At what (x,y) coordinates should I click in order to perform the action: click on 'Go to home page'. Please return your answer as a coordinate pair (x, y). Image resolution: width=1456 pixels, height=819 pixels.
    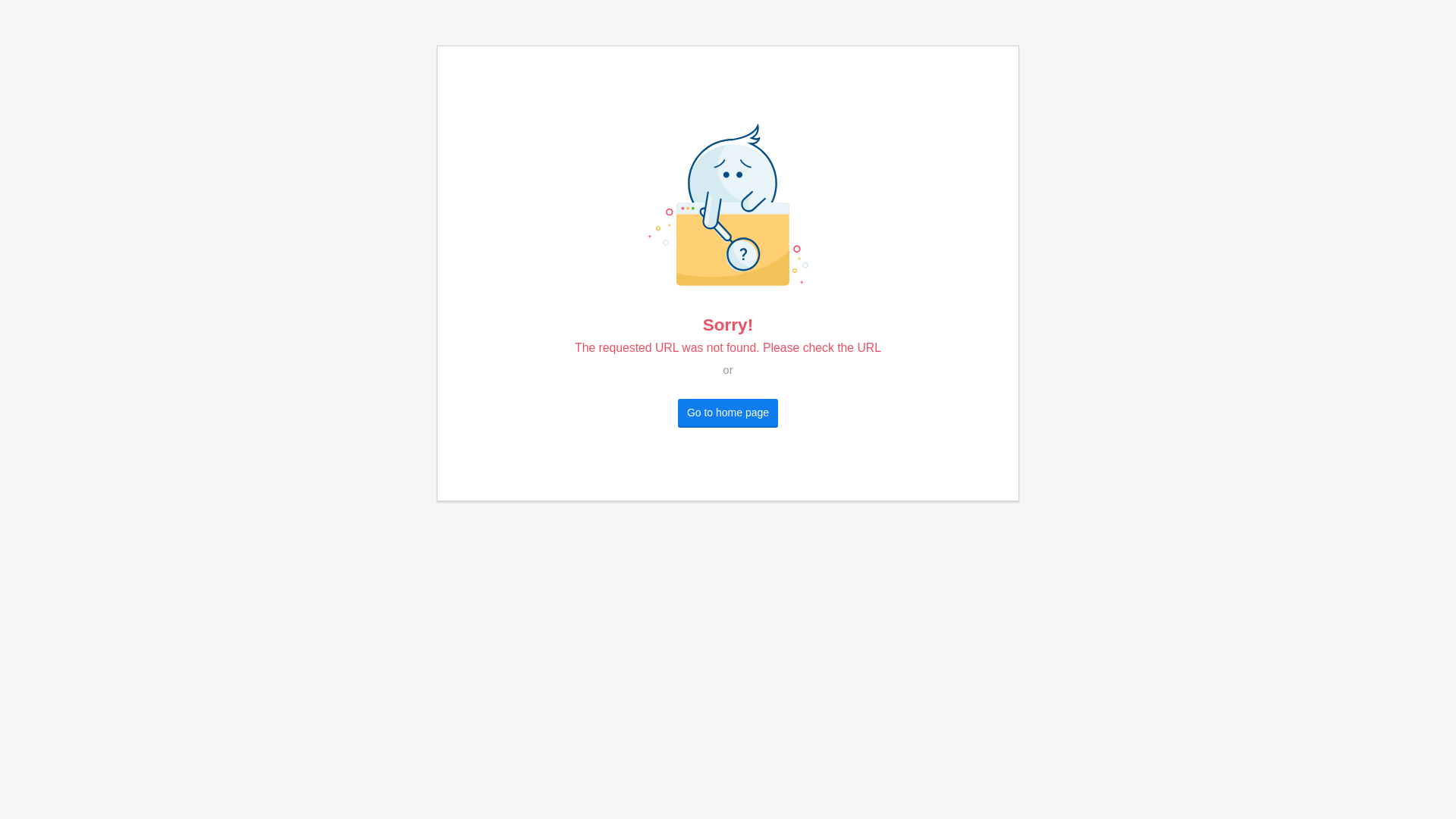
    Looking at the image, I should click on (728, 412).